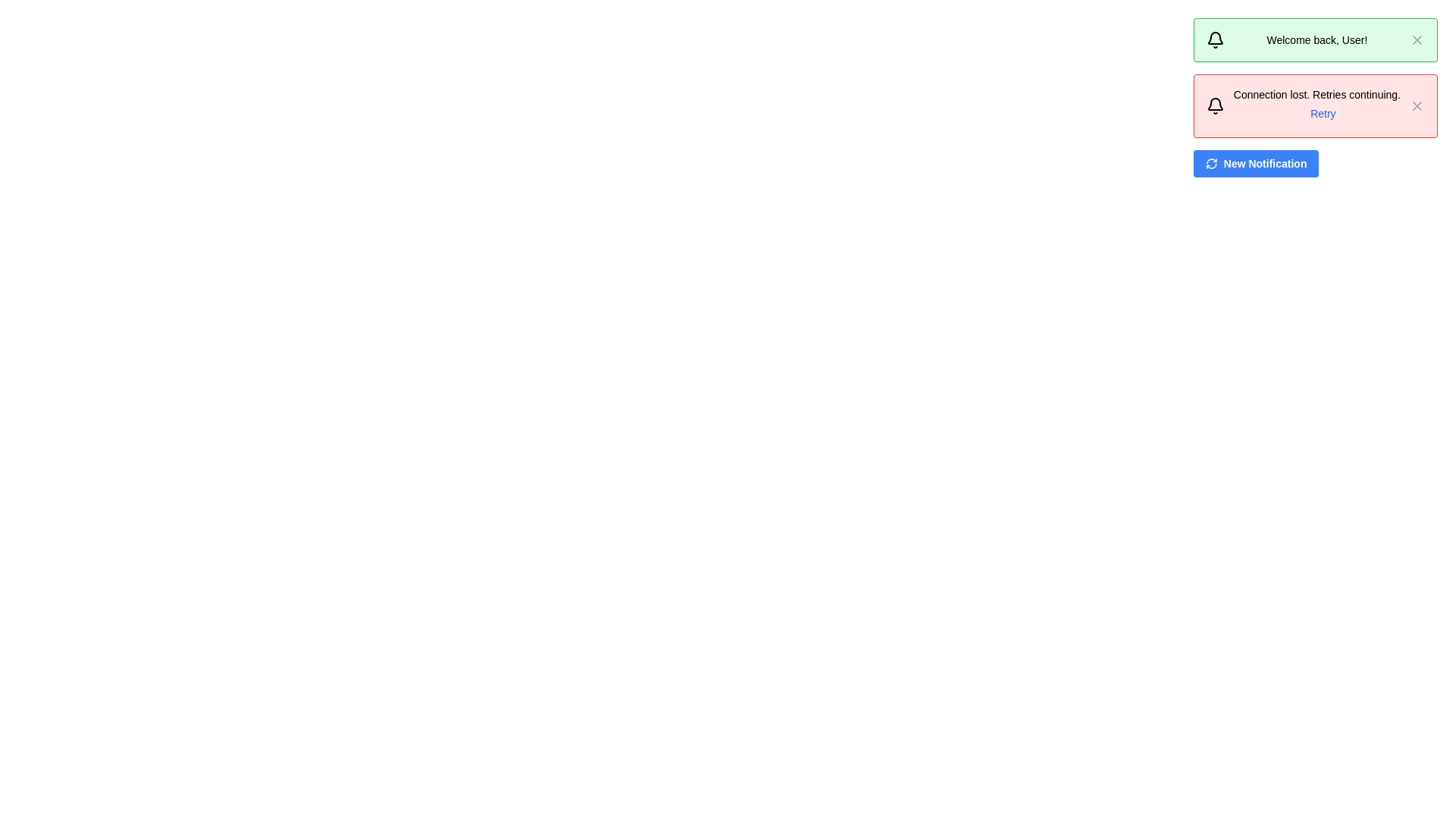  What do you see at coordinates (1316, 105) in the screenshot?
I see `the 'Retry' button in the notification that displays 'Connection lost. Retries continuing.'` at bounding box center [1316, 105].